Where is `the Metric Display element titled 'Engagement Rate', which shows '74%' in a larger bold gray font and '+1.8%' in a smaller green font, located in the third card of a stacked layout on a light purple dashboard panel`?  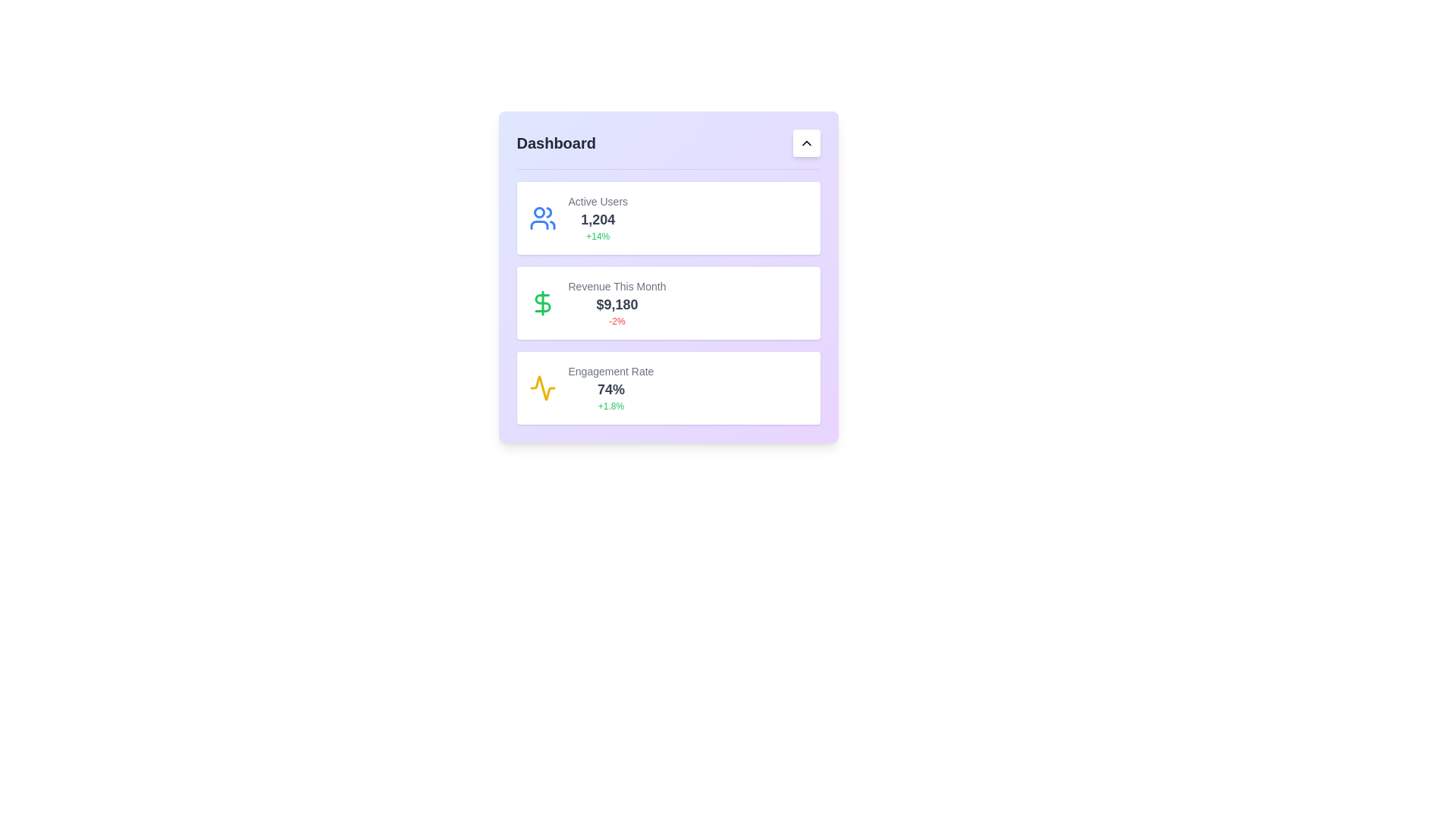
the Metric Display element titled 'Engagement Rate', which shows '74%' in a larger bold gray font and '+1.8%' in a smaller green font, located in the third card of a stacked layout on a light purple dashboard panel is located at coordinates (611, 388).